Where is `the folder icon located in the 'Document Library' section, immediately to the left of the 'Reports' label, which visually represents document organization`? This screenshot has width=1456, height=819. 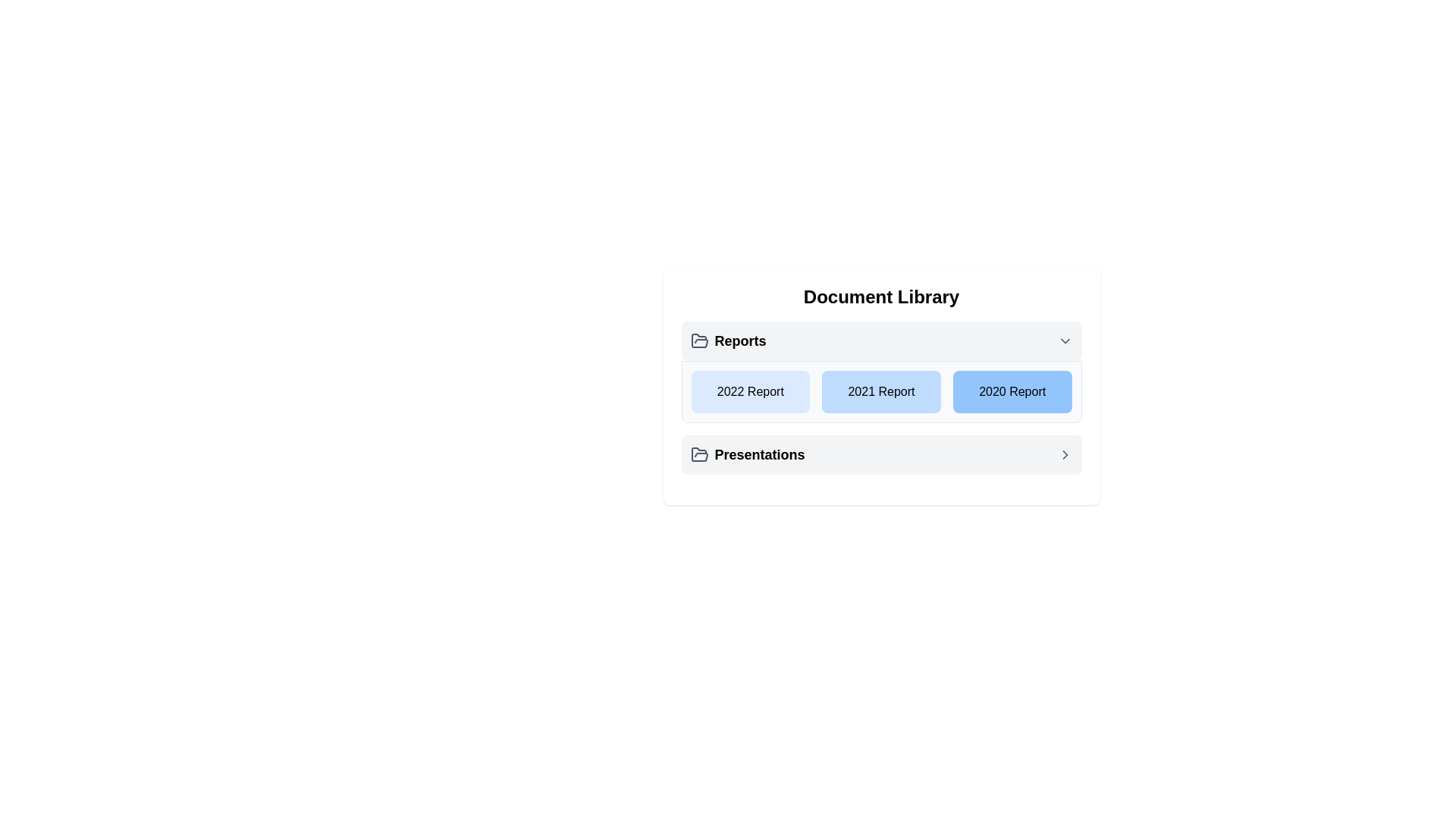
the folder icon located in the 'Document Library' section, immediately to the left of the 'Reports' label, which visually represents document organization is located at coordinates (698, 341).